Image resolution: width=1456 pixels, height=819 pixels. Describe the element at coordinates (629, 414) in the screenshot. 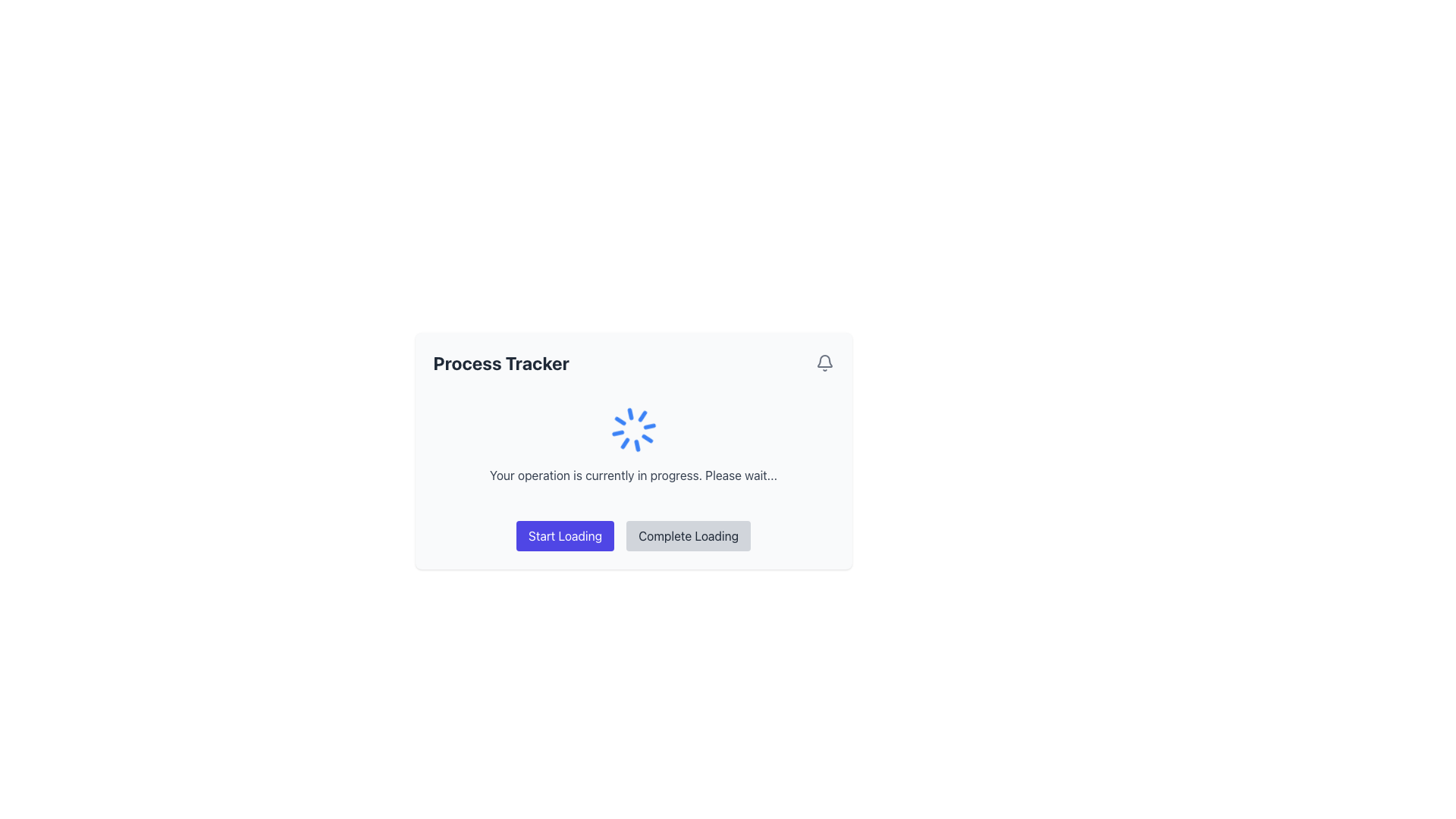

I see `the visual indicator located at the bottom quadrant (6 o'clock position) of the loading spinner, which indicates that a process is in progress` at that location.